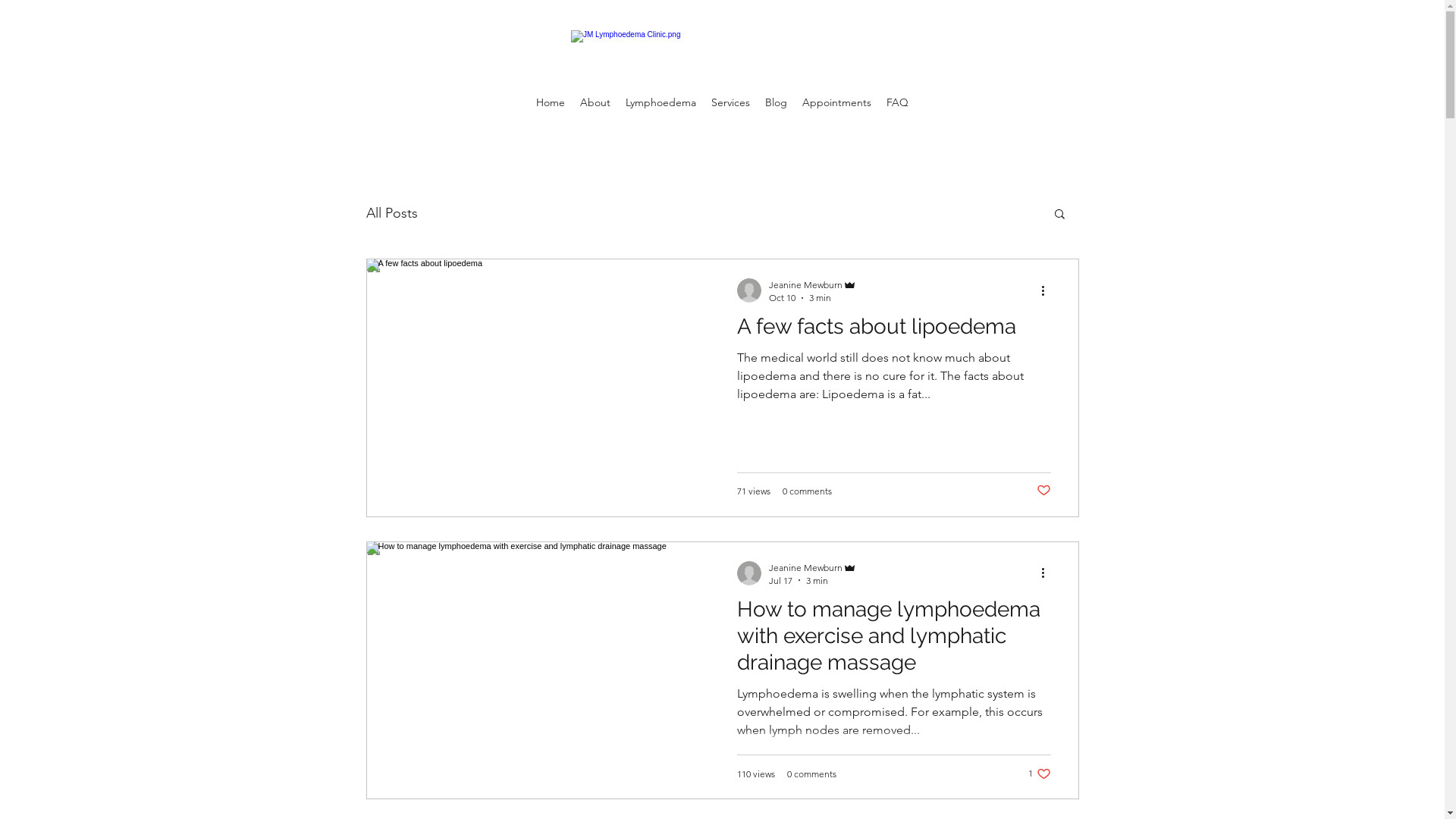  I want to click on 'Lymphoedema', so click(618, 102).